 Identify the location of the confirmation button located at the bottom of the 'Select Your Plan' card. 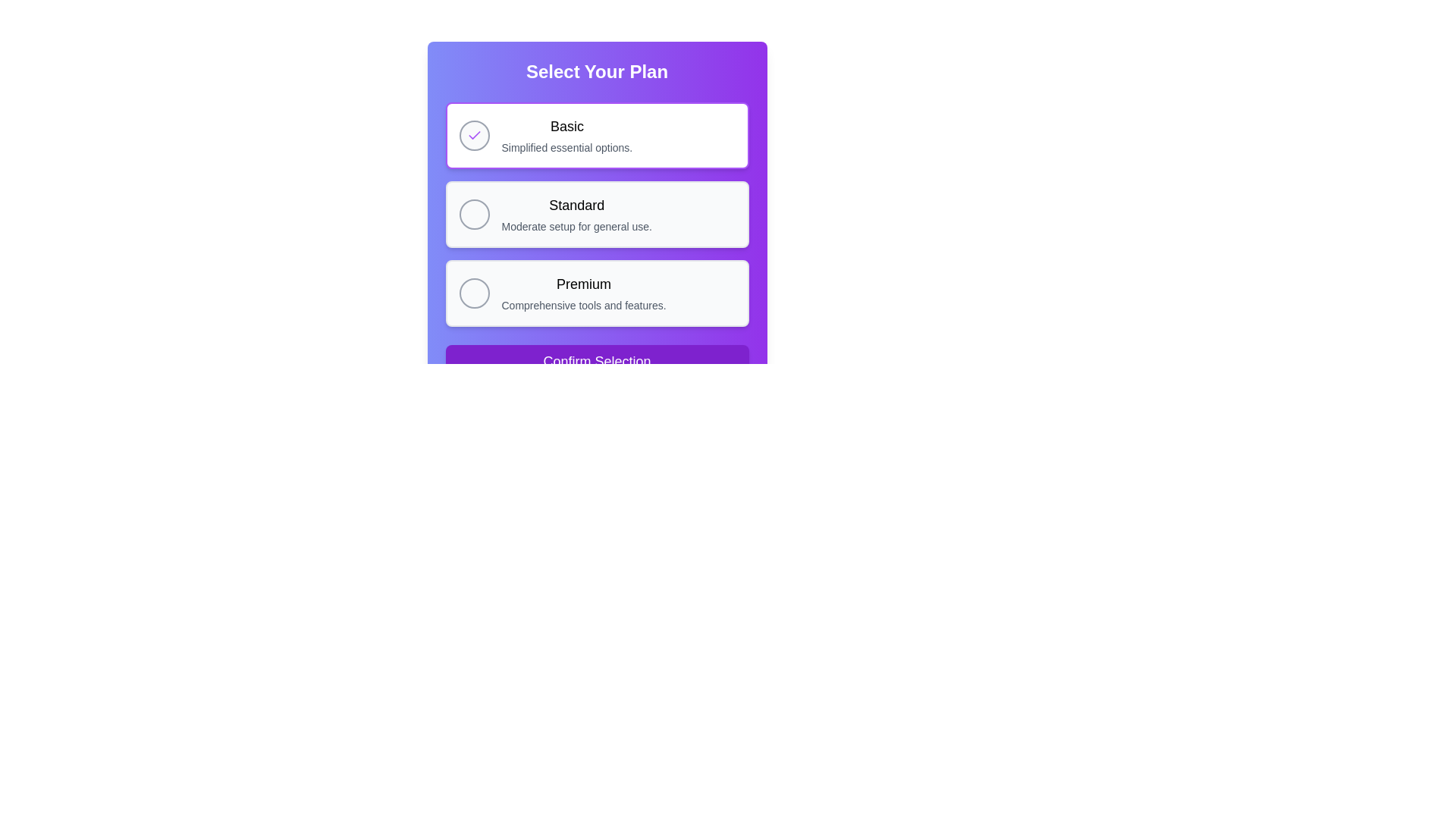
(596, 362).